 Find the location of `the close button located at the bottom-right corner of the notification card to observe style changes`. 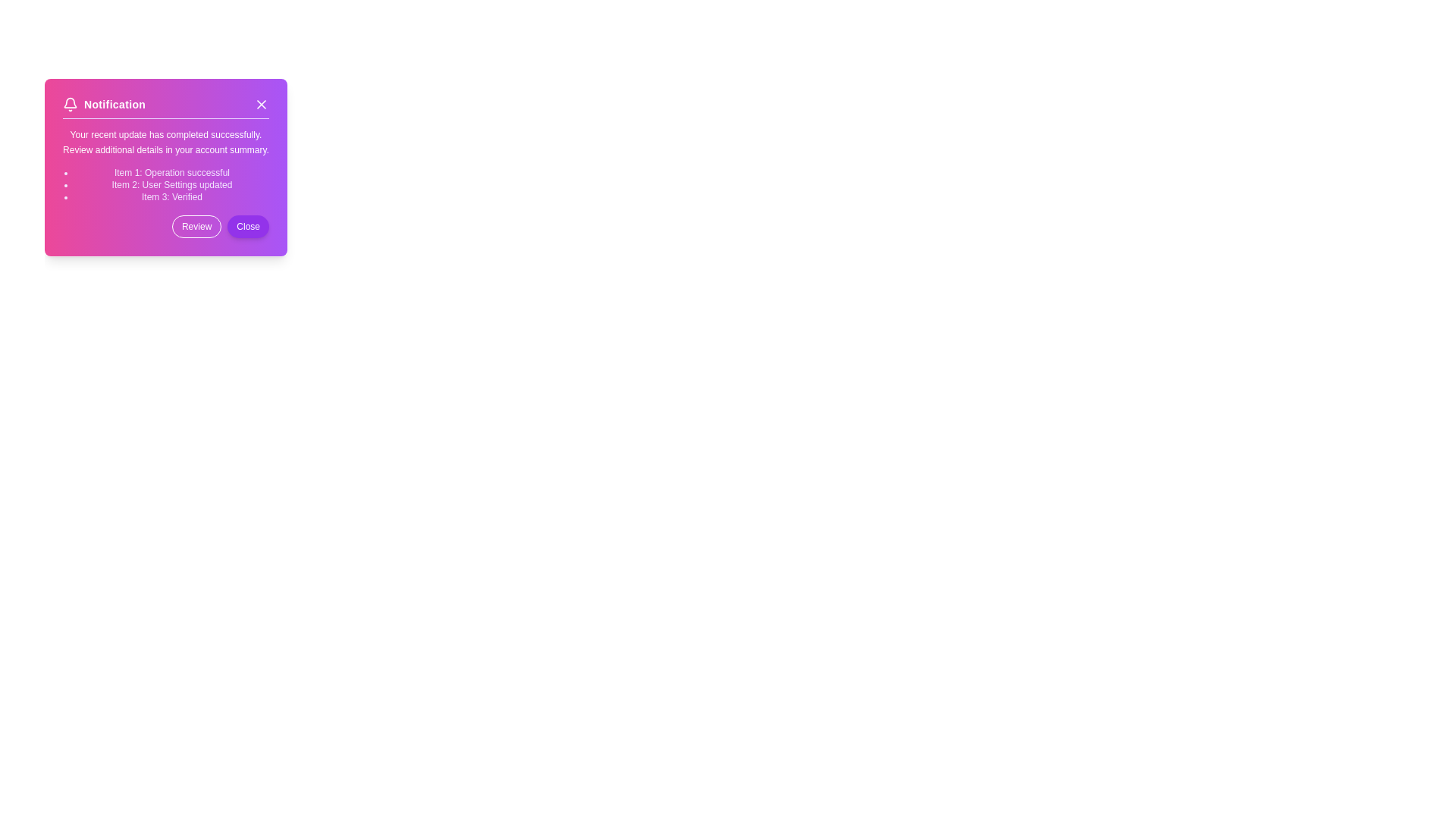

the close button located at the bottom-right corner of the notification card to observe style changes is located at coordinates (248, 227).